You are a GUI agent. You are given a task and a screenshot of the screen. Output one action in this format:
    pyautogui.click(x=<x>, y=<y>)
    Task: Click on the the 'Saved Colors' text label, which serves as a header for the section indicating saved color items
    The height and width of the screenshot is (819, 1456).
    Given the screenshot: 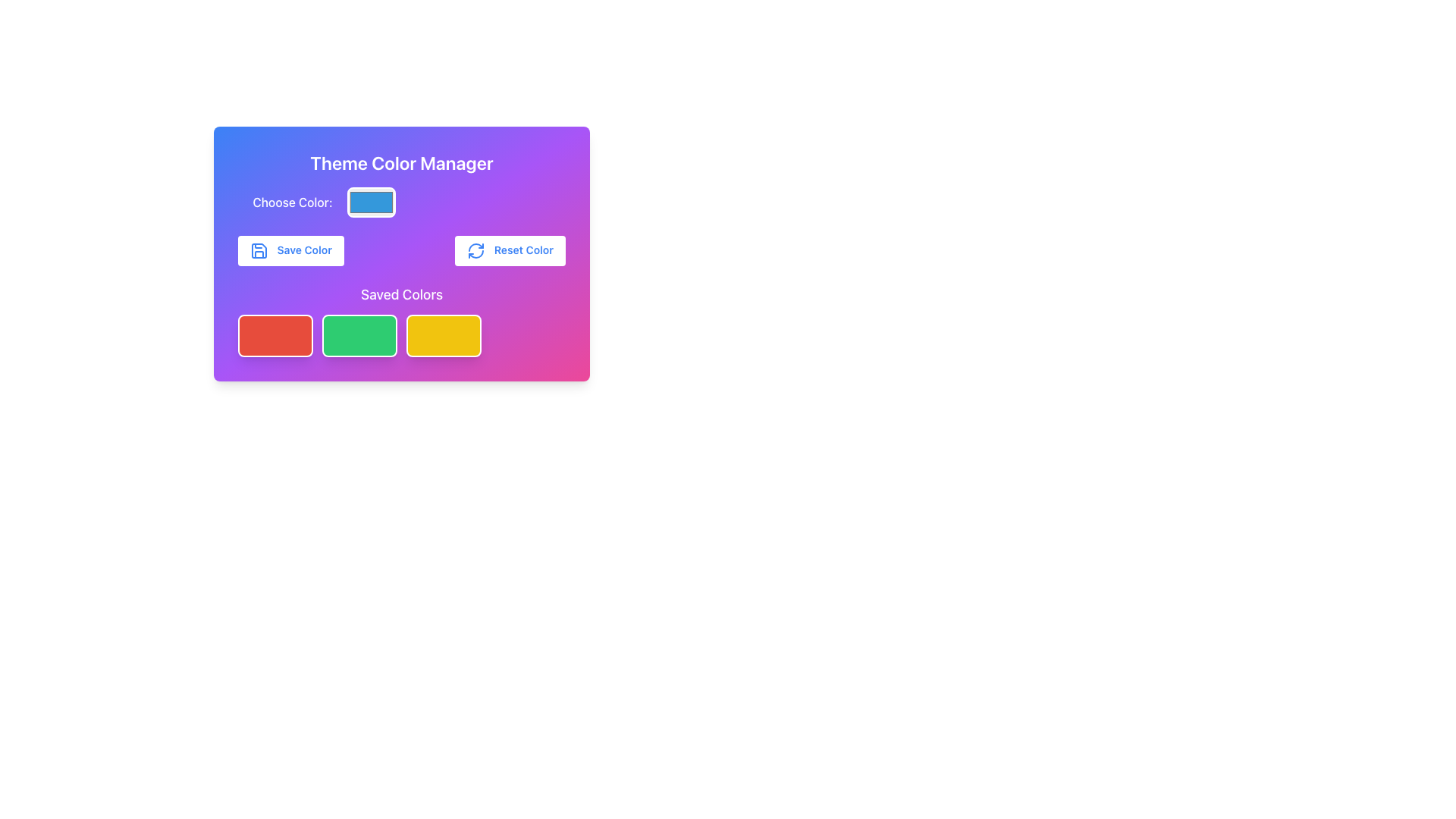 What is the action you would take?
    pyautogui.click(x=401, y=295)
    